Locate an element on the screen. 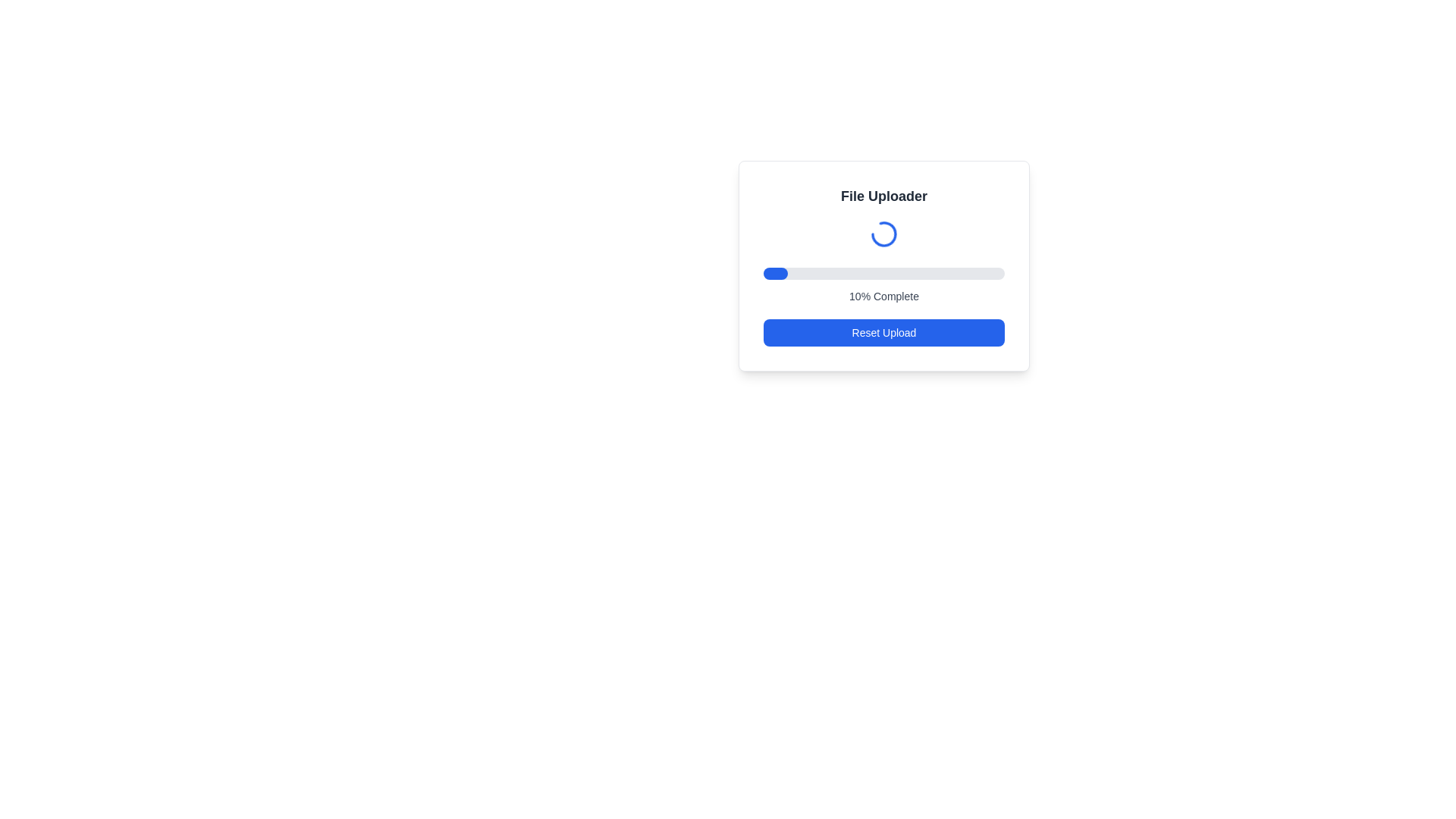  the progress bar located within the 'File Uploader' panel, situated below the circular loading animation and above the '0% Complete' text label is located at coordinates (884, 274).